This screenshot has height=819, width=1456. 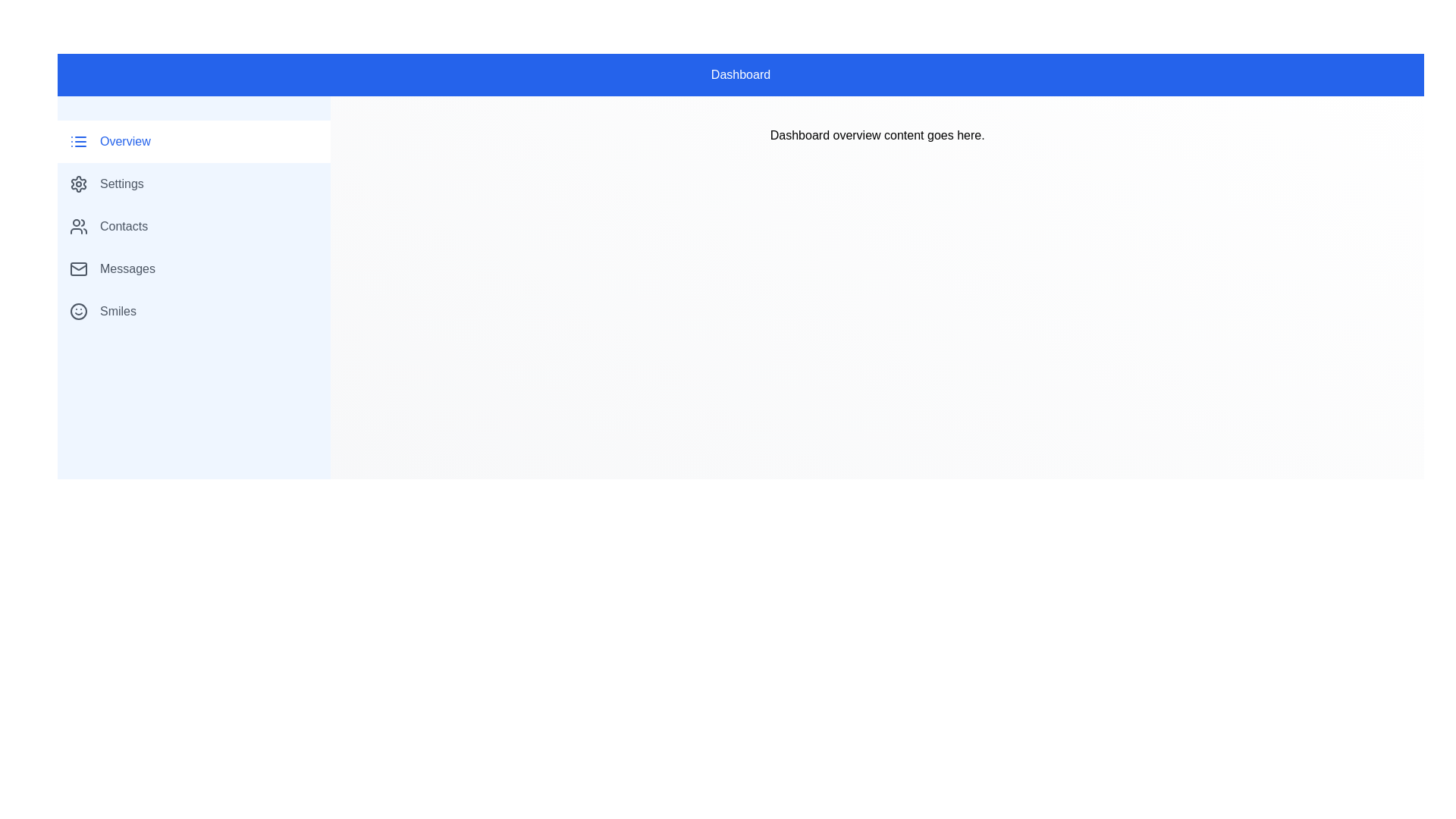 I want to click on the gear-shaped settings icon located to the left of the 'Settings' text in the sidebar navigation menu, so click(x=78, y=184).